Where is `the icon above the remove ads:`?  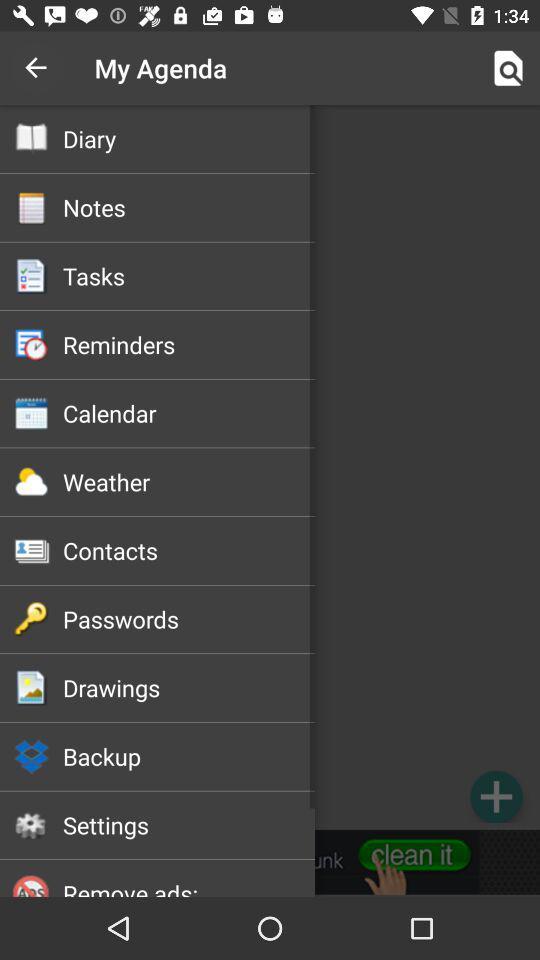
the icon above the remove ads: is located at coordinates (189, 825).